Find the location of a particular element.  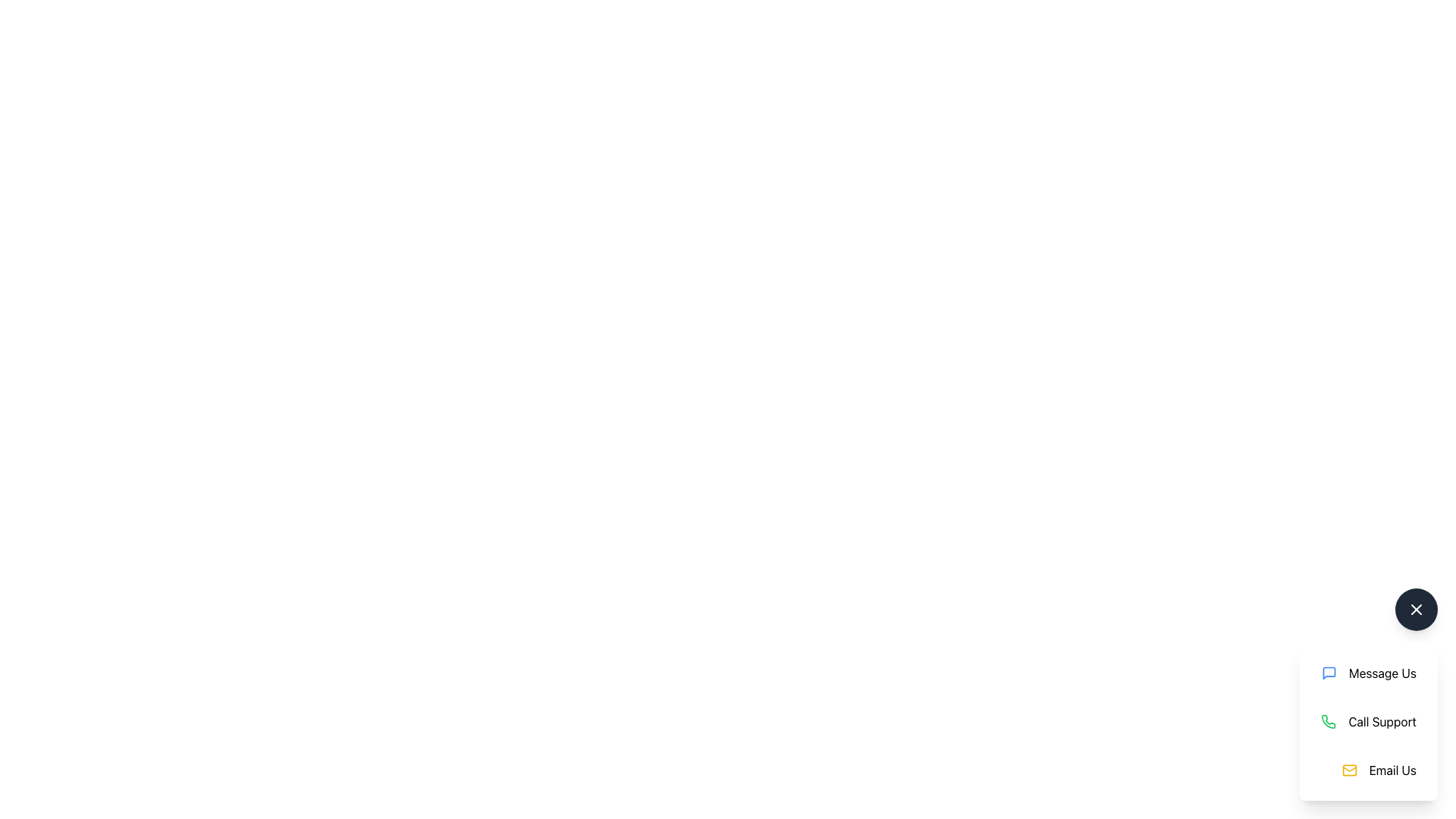

the 'Email Us' button, which is a rectangular button with an envelope icon and the text 'Email Us', located as the last item in a vertical list of buttons is located at coordinates (1379, 770).